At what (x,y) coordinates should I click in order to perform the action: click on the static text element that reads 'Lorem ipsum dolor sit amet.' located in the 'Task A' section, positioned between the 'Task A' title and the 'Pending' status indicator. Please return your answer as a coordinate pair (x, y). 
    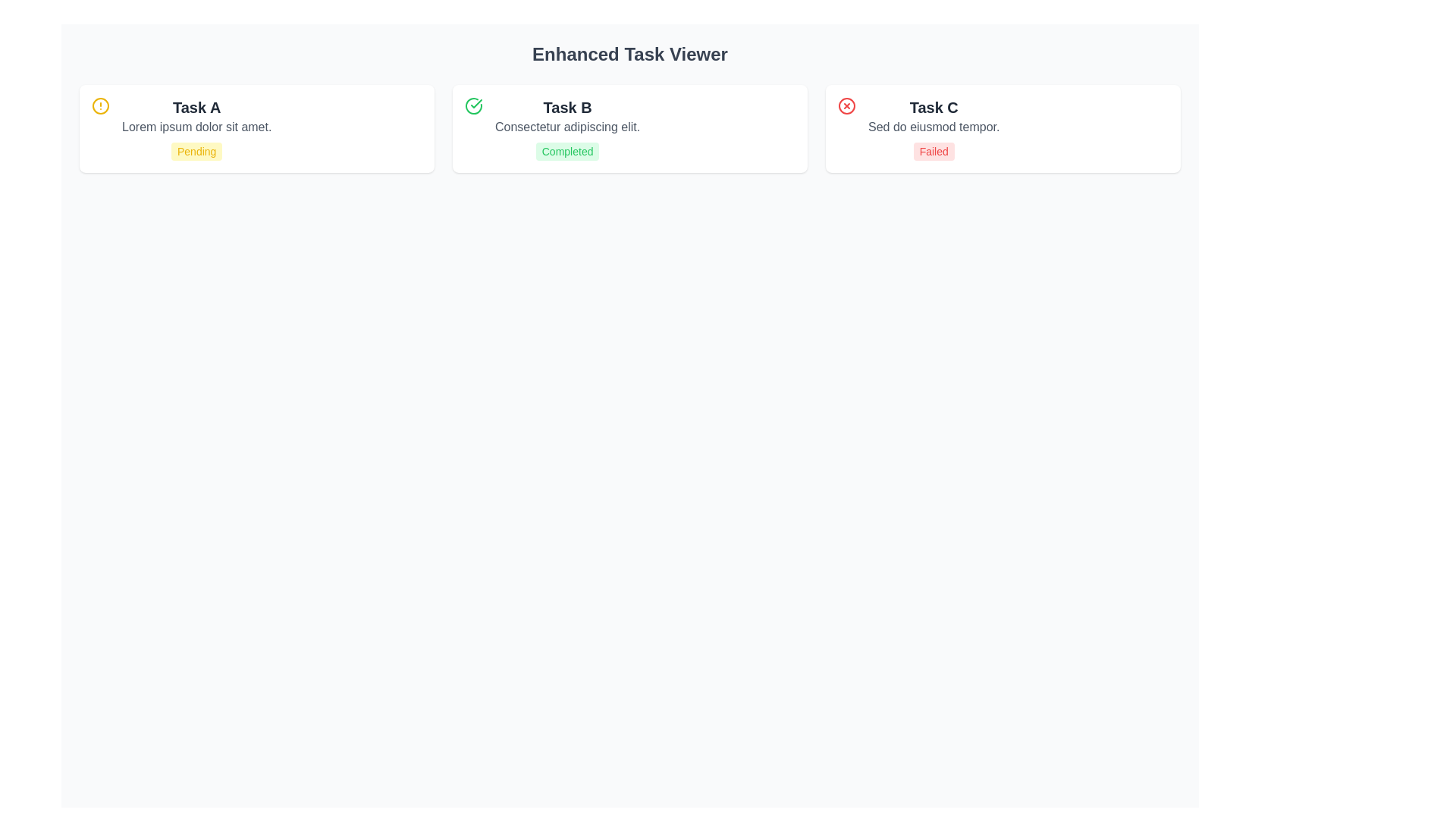
    Looking at the image, I should click on (196, 127).